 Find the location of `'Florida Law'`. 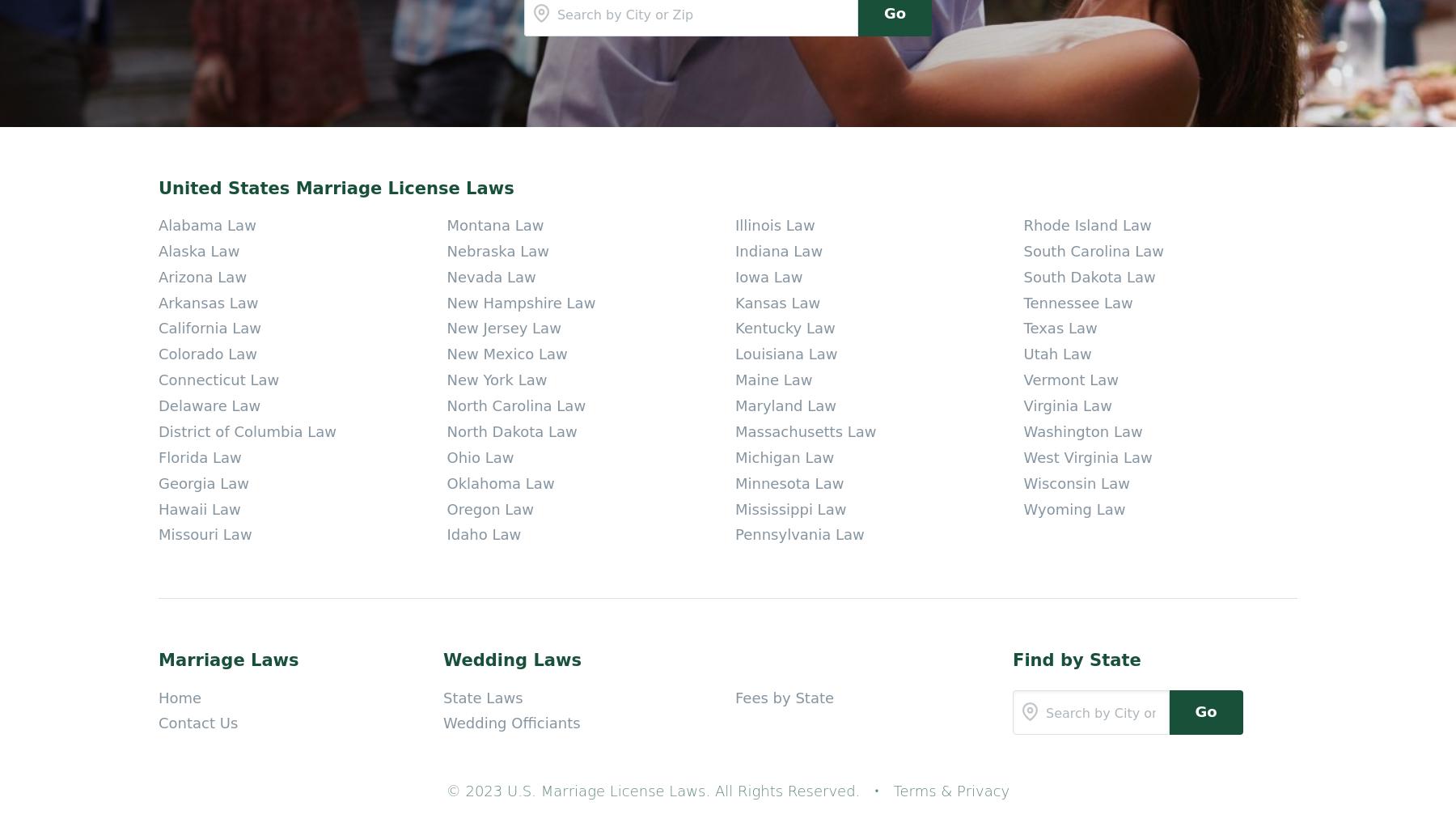

'Florida Law' is located at coordinates (198, 83).